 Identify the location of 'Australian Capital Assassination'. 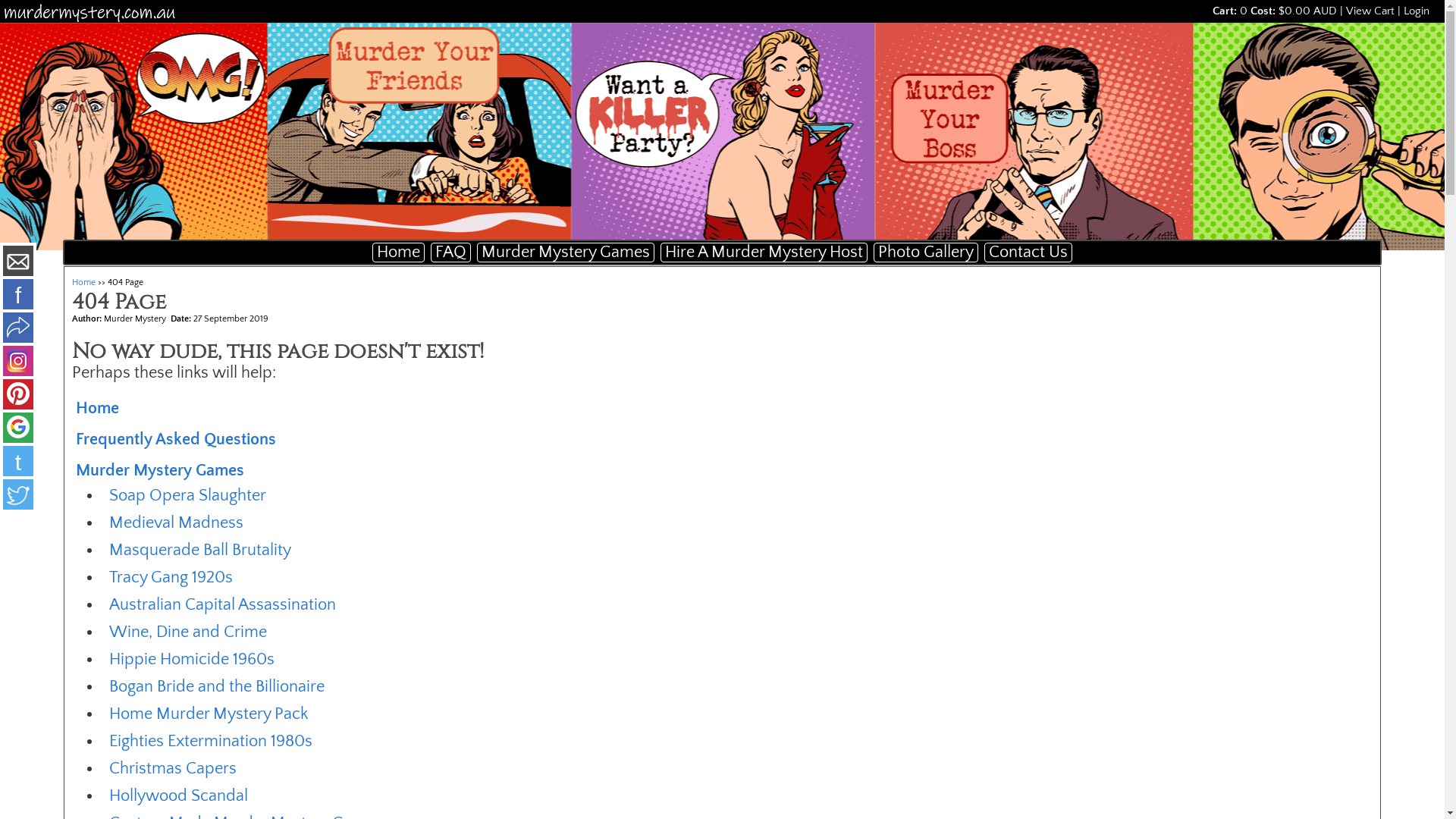
(221, 604).